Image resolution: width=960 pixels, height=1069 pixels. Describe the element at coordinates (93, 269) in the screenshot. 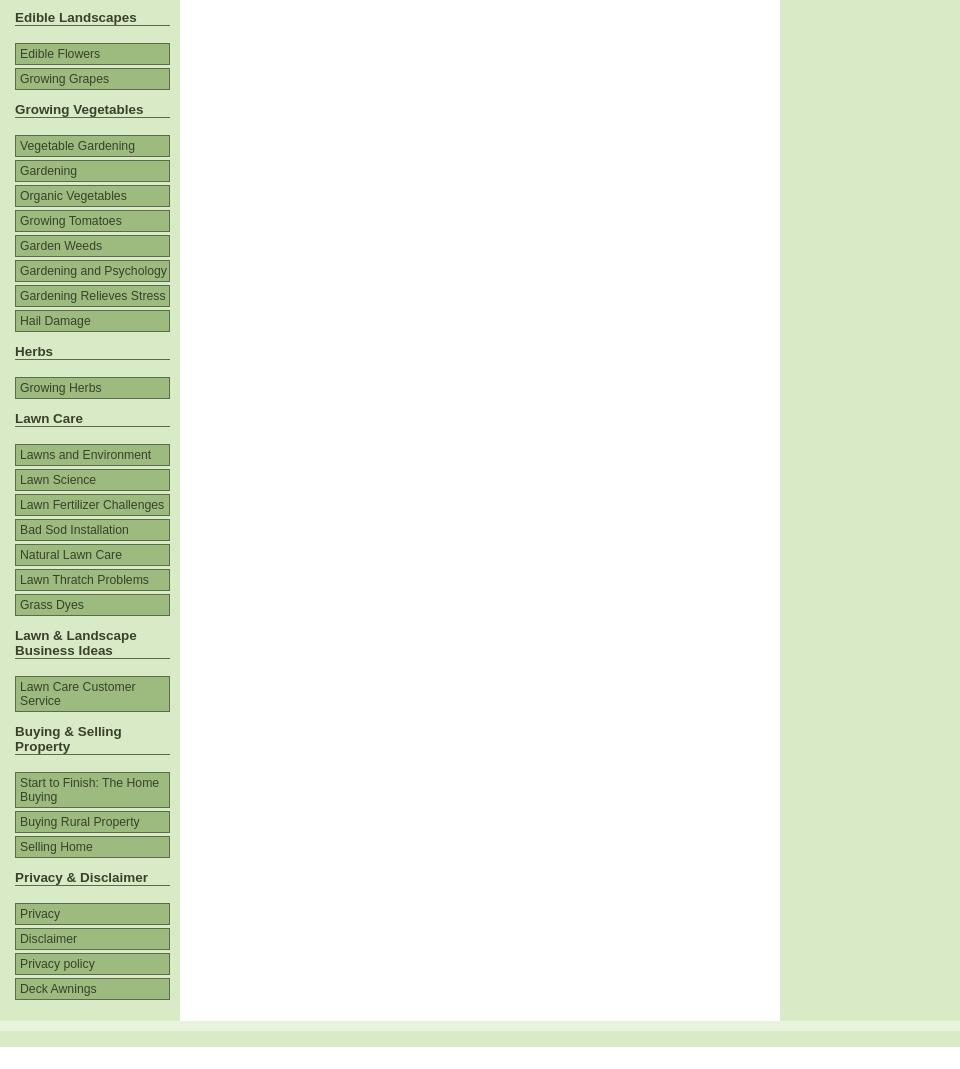

I see `'Gardening and Psychology'` at that location.